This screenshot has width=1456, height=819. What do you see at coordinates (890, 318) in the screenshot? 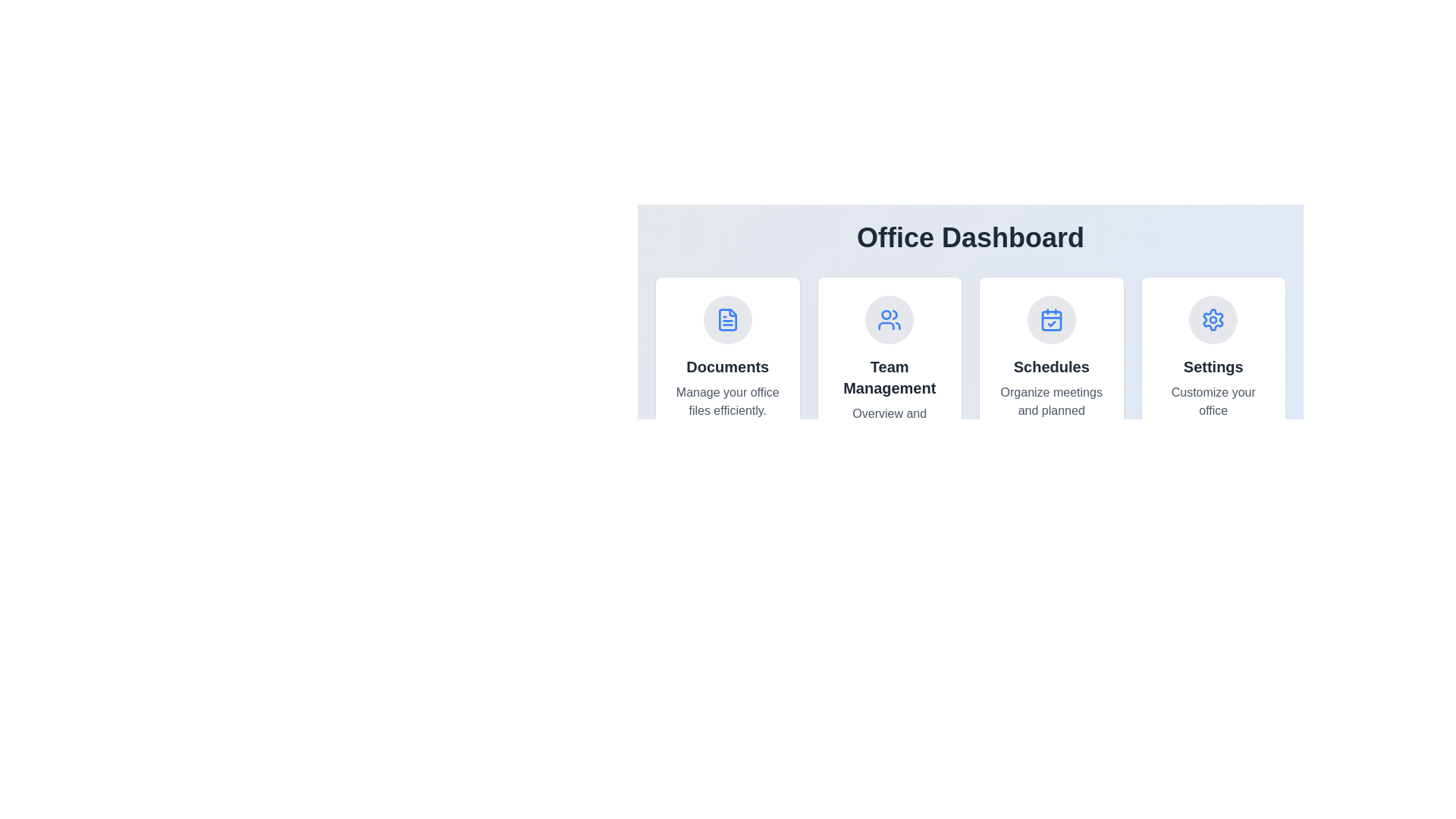
I see `the user icon with a blue outline representing Team Management, located centrally in the second card from the left below the Office Dashboard` at bounding box center [890, 318].